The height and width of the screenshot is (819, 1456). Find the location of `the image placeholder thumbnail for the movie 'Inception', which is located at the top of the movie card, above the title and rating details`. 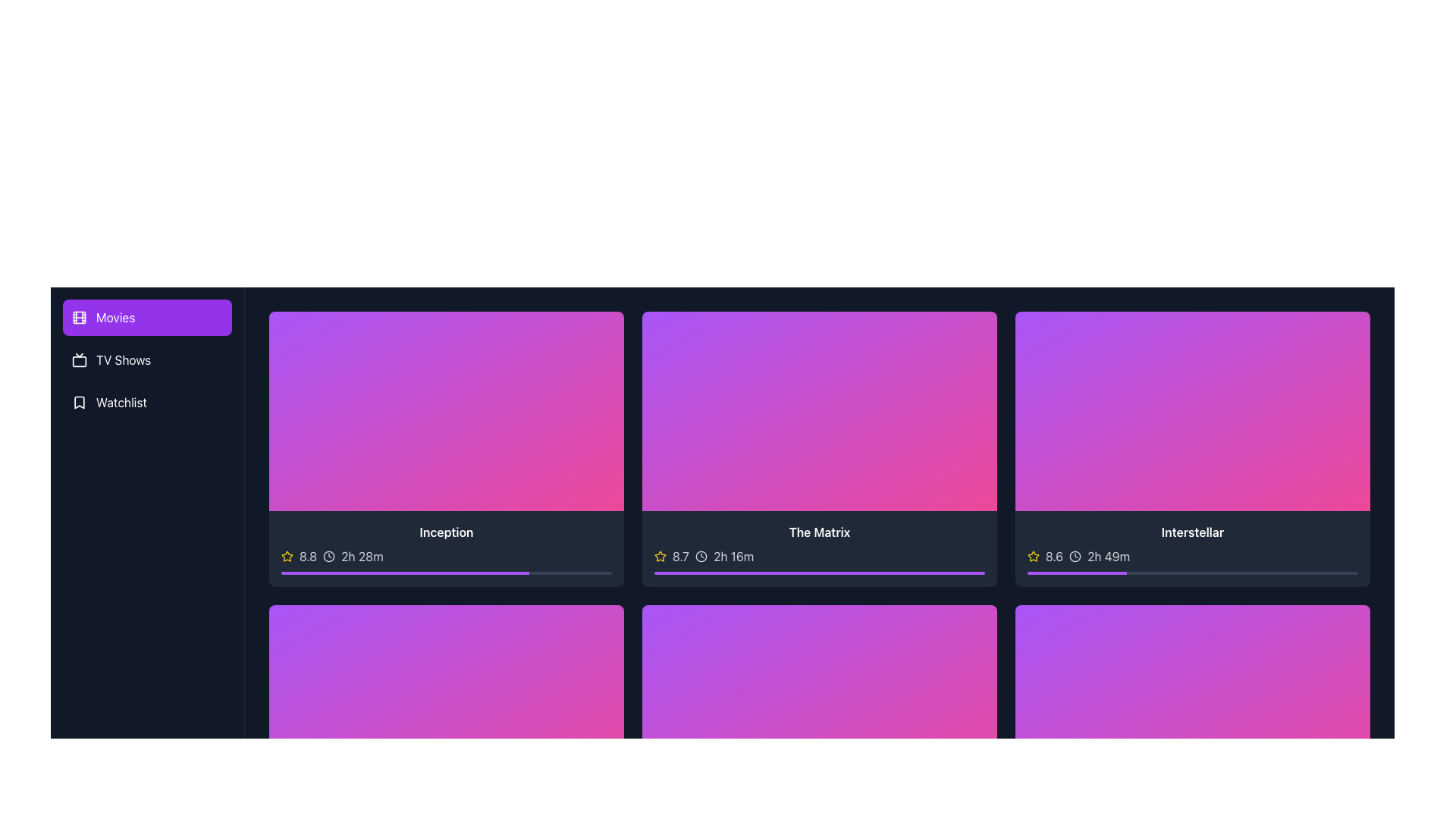

the image placeholder thumbnail for the movie 'Inception', which is located at the top of the movie card, above the title and rating details is located at coordinates (446, 411).